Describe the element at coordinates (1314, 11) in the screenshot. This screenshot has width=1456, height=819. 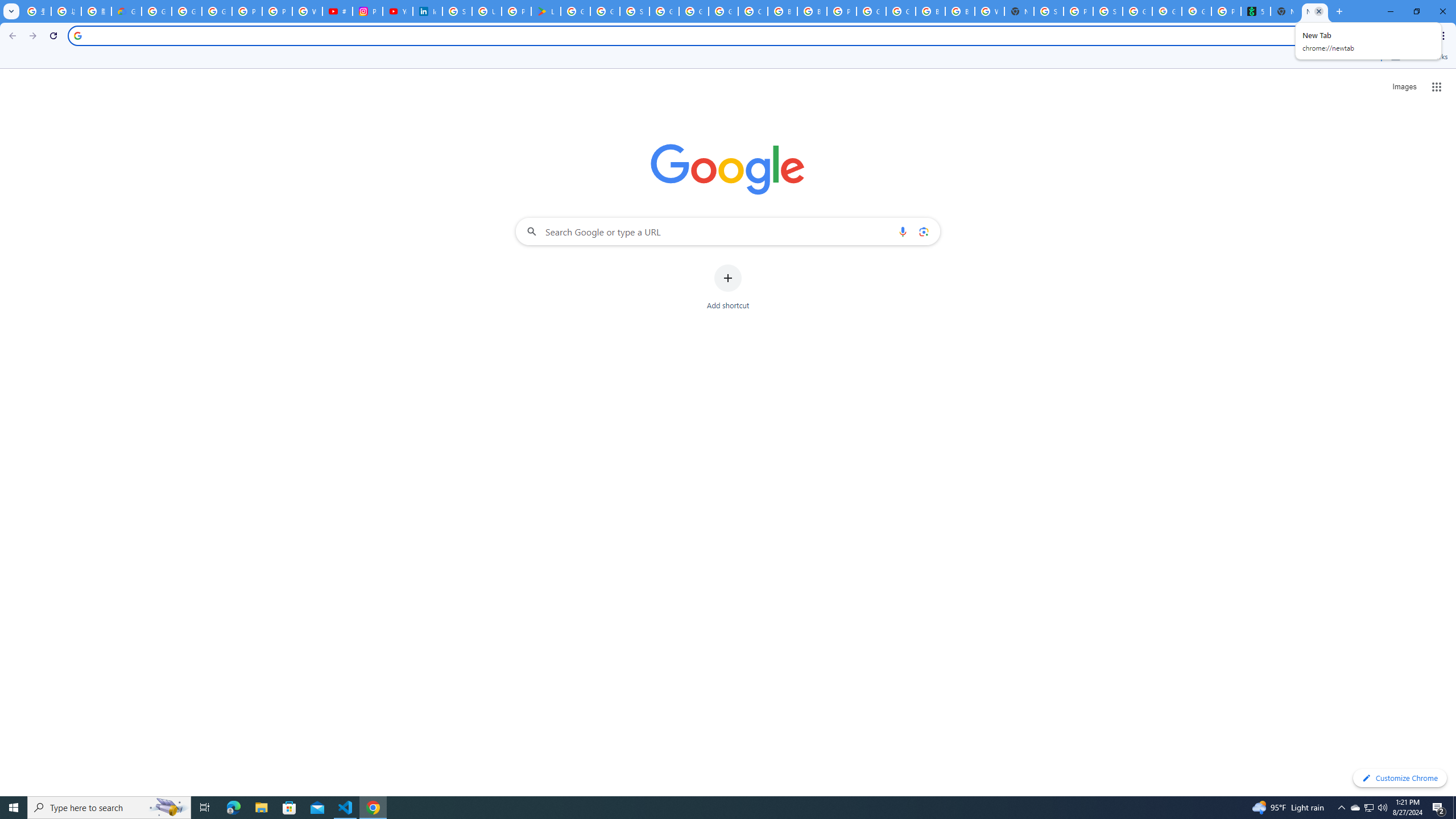
I see `'New Tab'` at that location.